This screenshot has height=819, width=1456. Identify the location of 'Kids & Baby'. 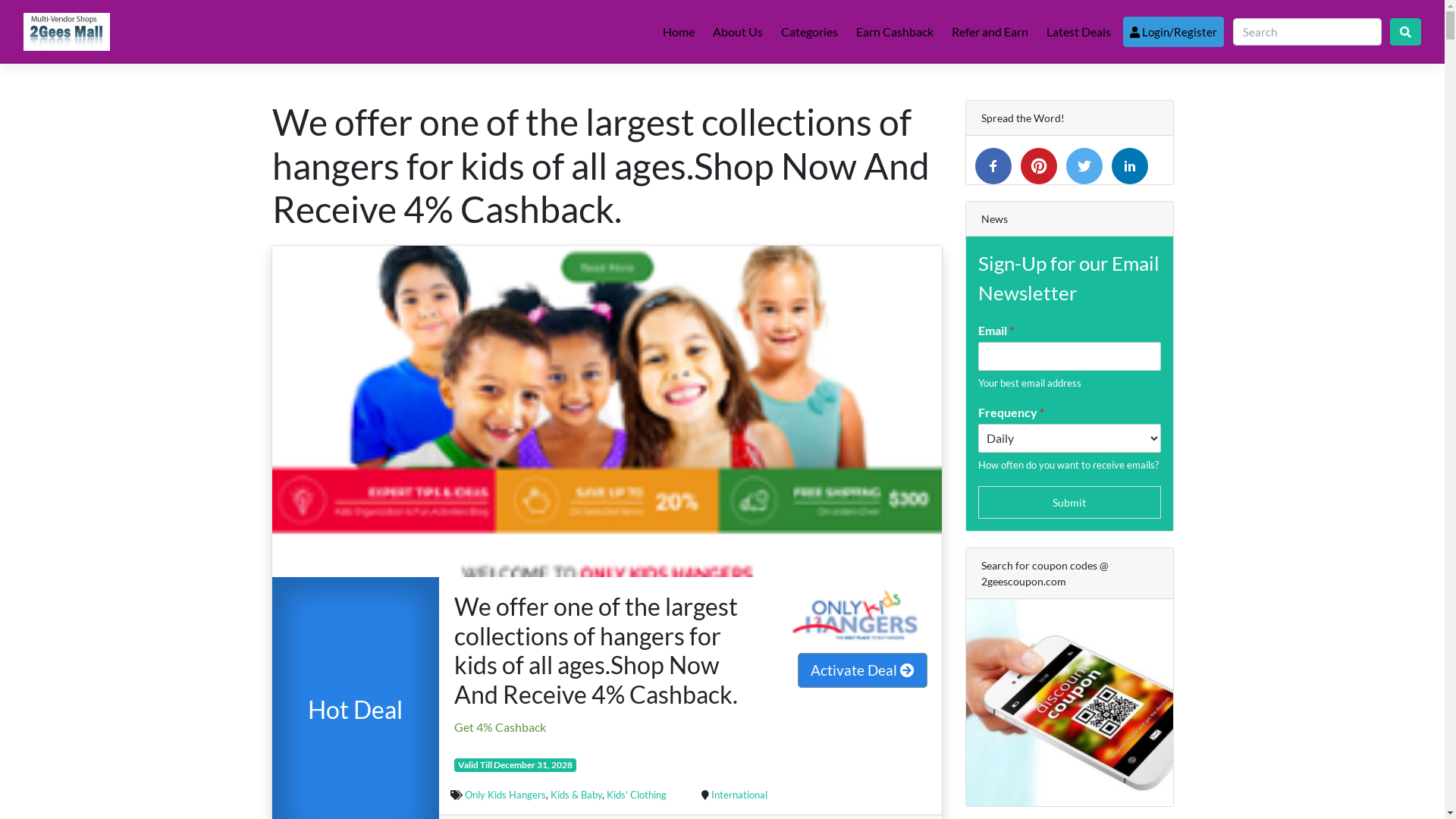
(575, 794).